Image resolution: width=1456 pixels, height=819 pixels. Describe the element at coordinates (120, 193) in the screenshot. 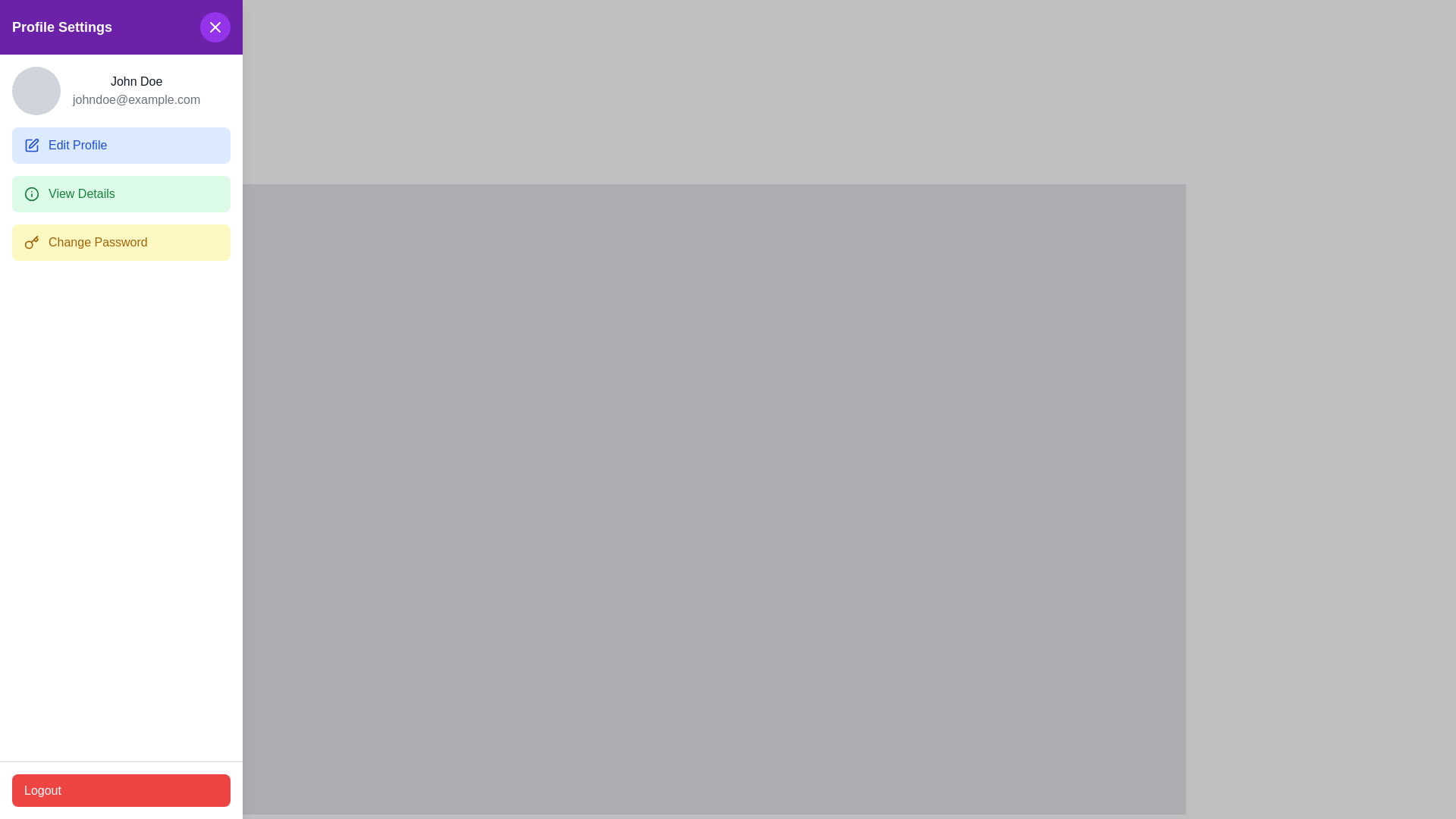

I see `the button located in the left panel under the 'Edit Profile' button and above the 'Change Password' option` at that location.